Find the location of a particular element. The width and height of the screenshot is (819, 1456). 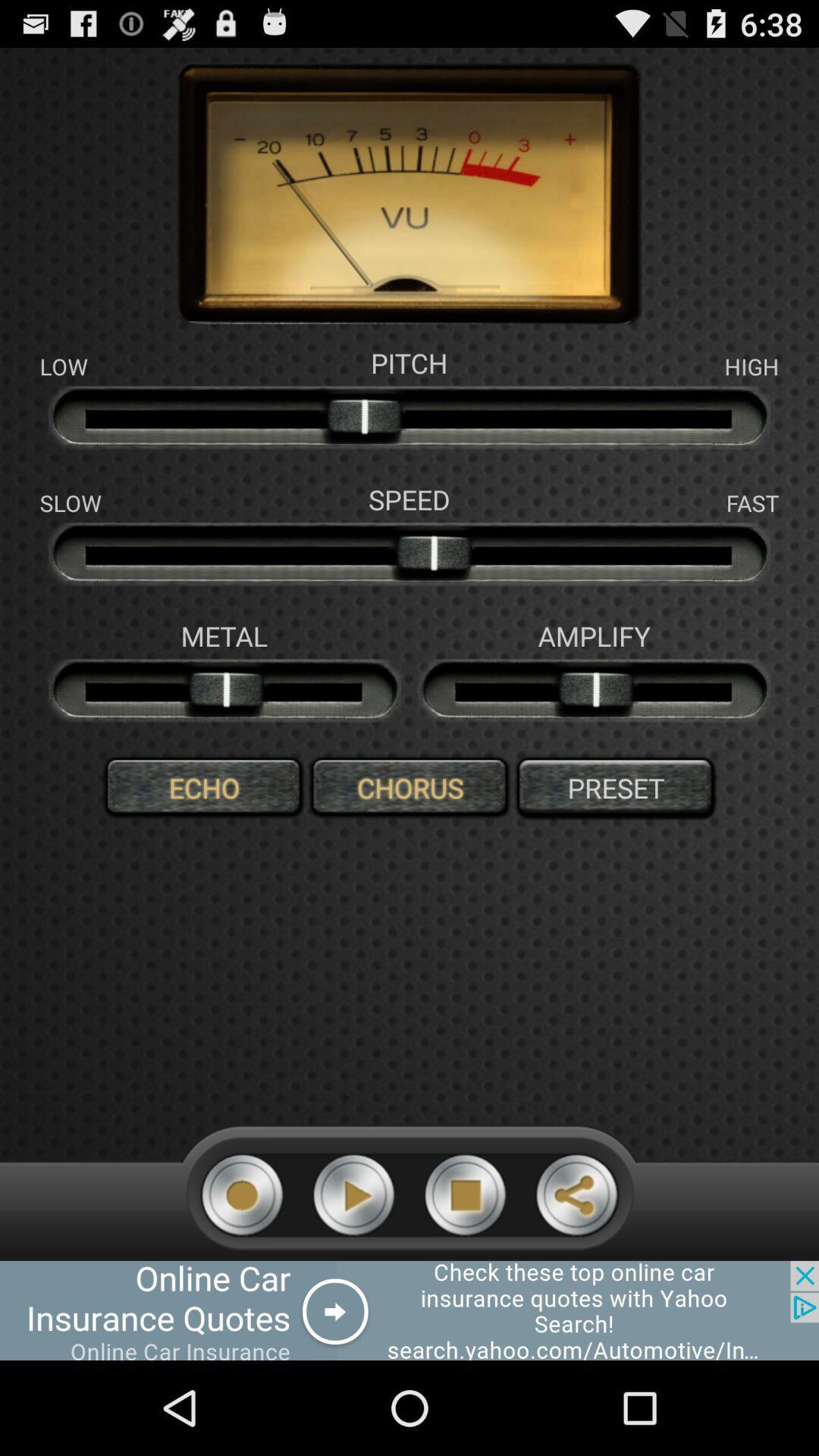

the play icon is located at coordinates (353, 1279).